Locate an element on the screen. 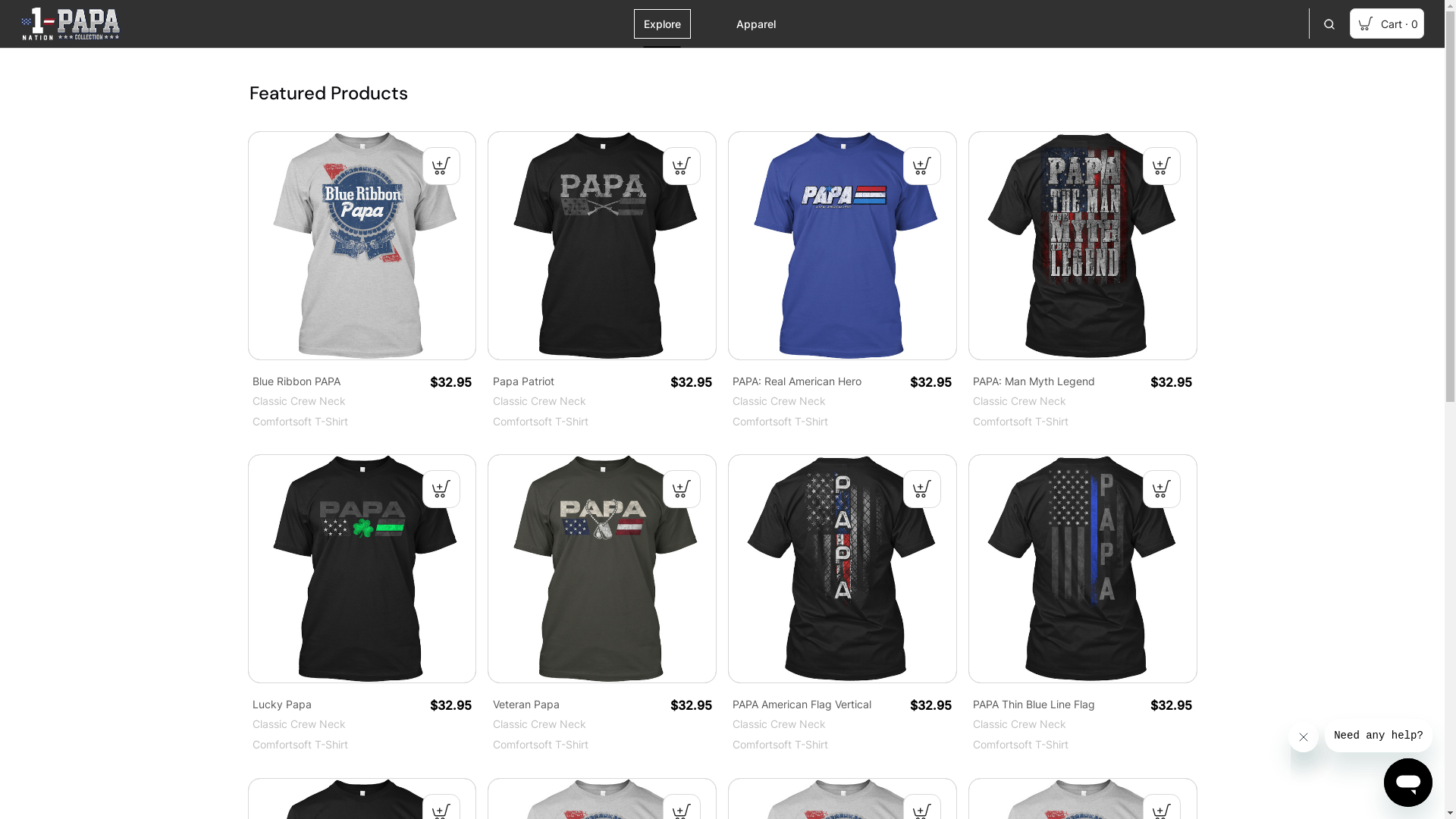 Image resolution: width=1456 pixels, height=819 pixels. 'Veteran Papa is located at coordinates (601, 604).